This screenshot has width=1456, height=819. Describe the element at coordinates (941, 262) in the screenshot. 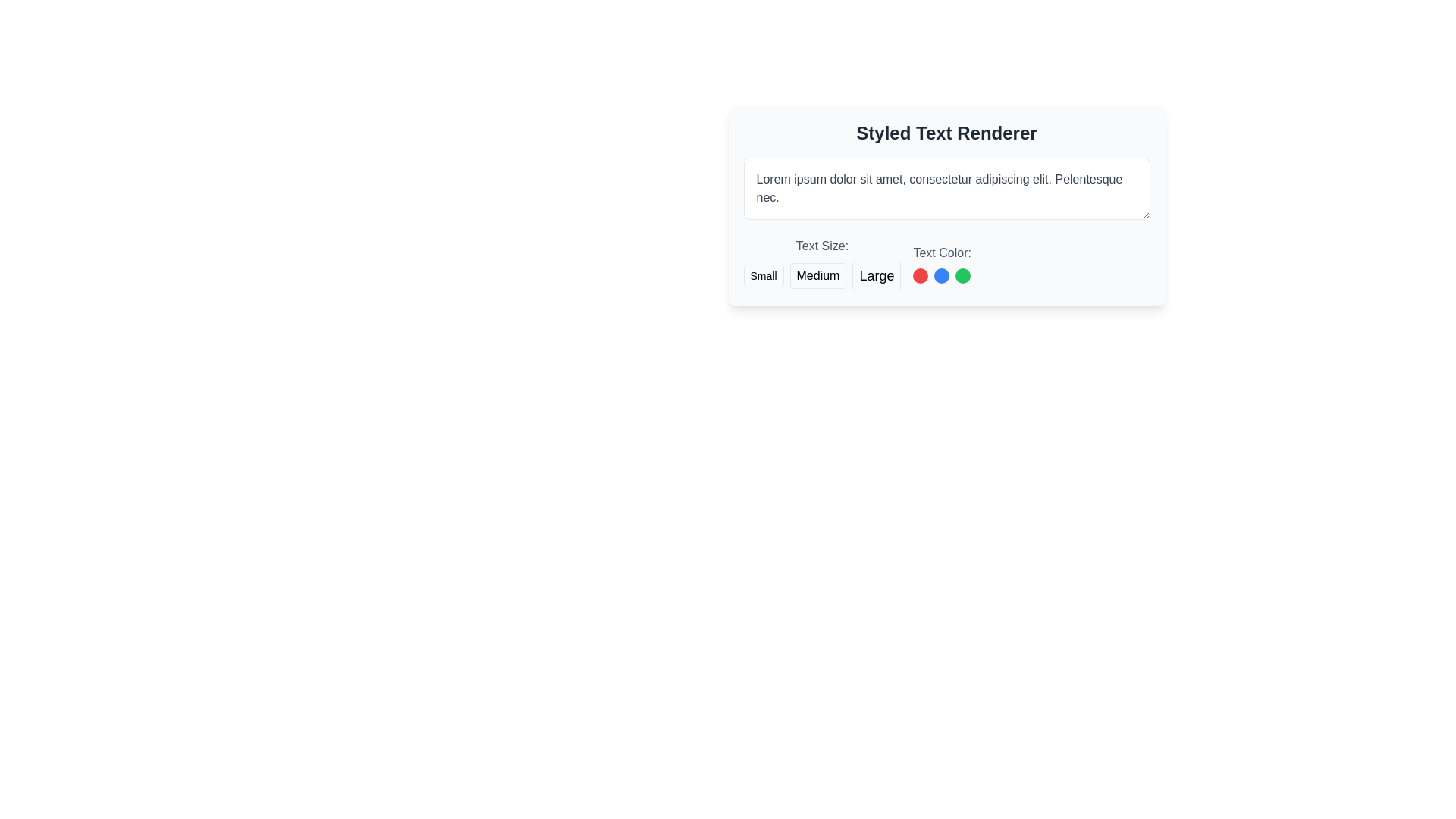

I see `the circular color selection buttons next to the label 'Text Color:'` at that location.